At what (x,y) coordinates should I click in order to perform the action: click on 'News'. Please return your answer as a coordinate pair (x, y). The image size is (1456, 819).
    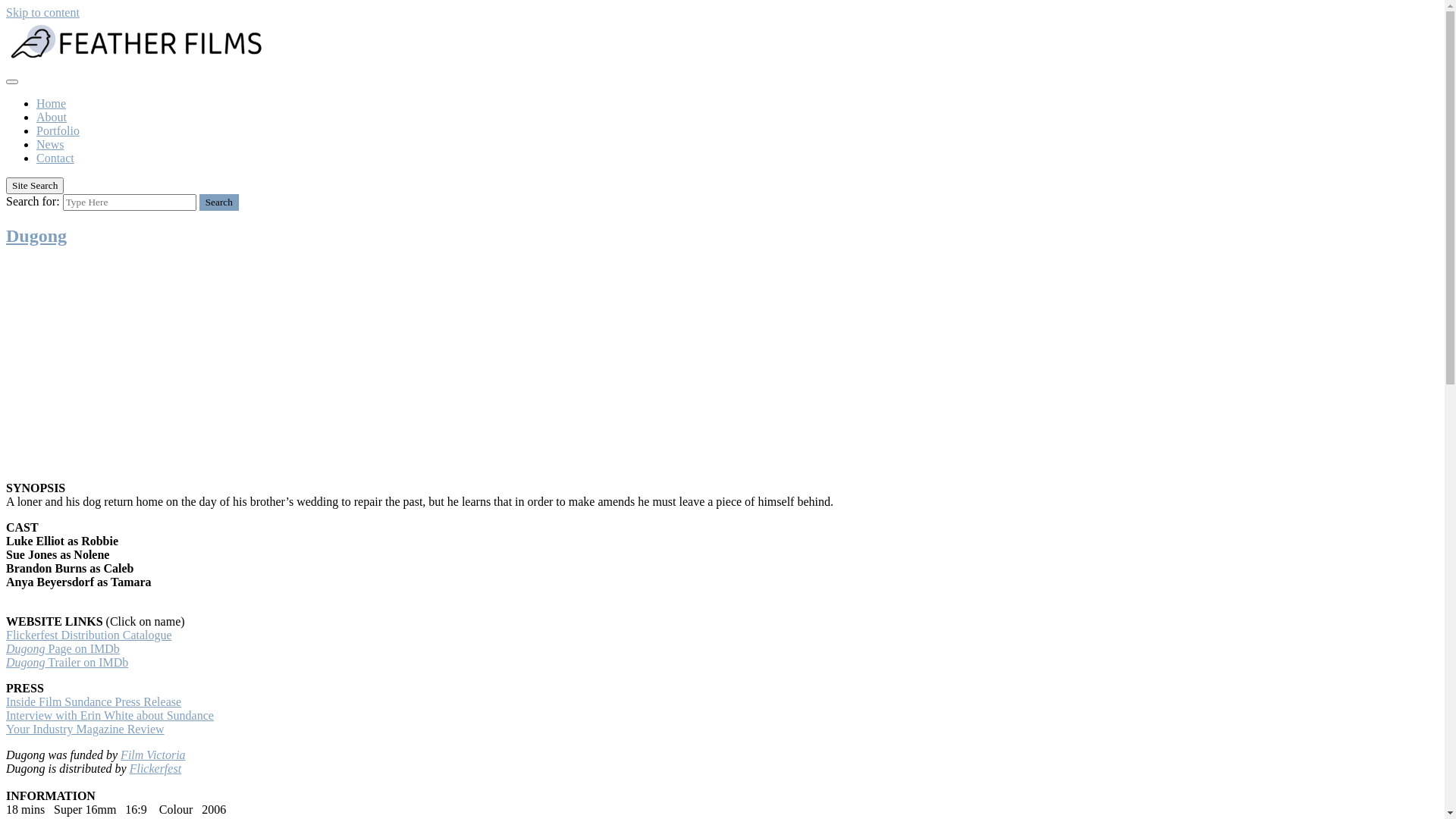
    Looking at the image, I should click on (50, 144).